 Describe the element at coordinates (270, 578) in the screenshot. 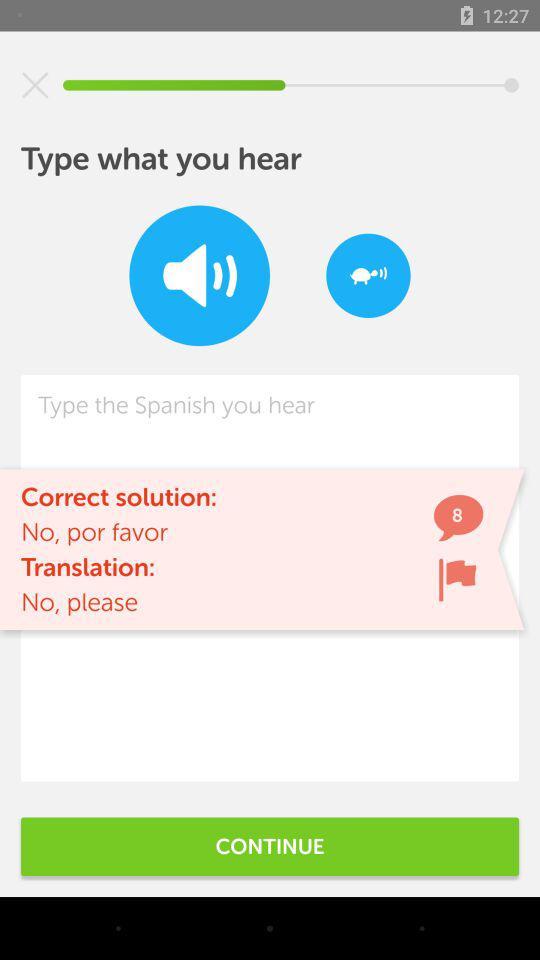

I see `text entry box` at that location.